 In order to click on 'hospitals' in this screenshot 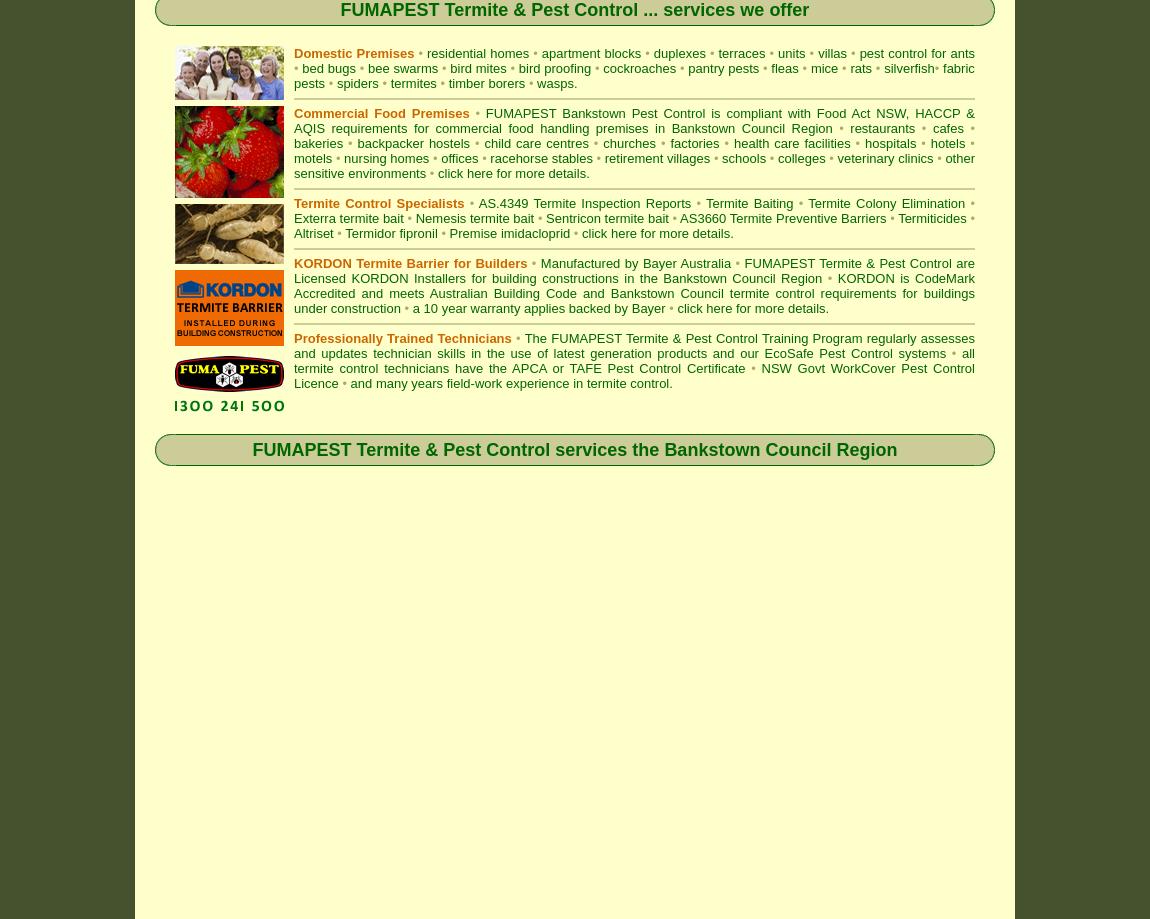, I will do `click(890, 142)`.